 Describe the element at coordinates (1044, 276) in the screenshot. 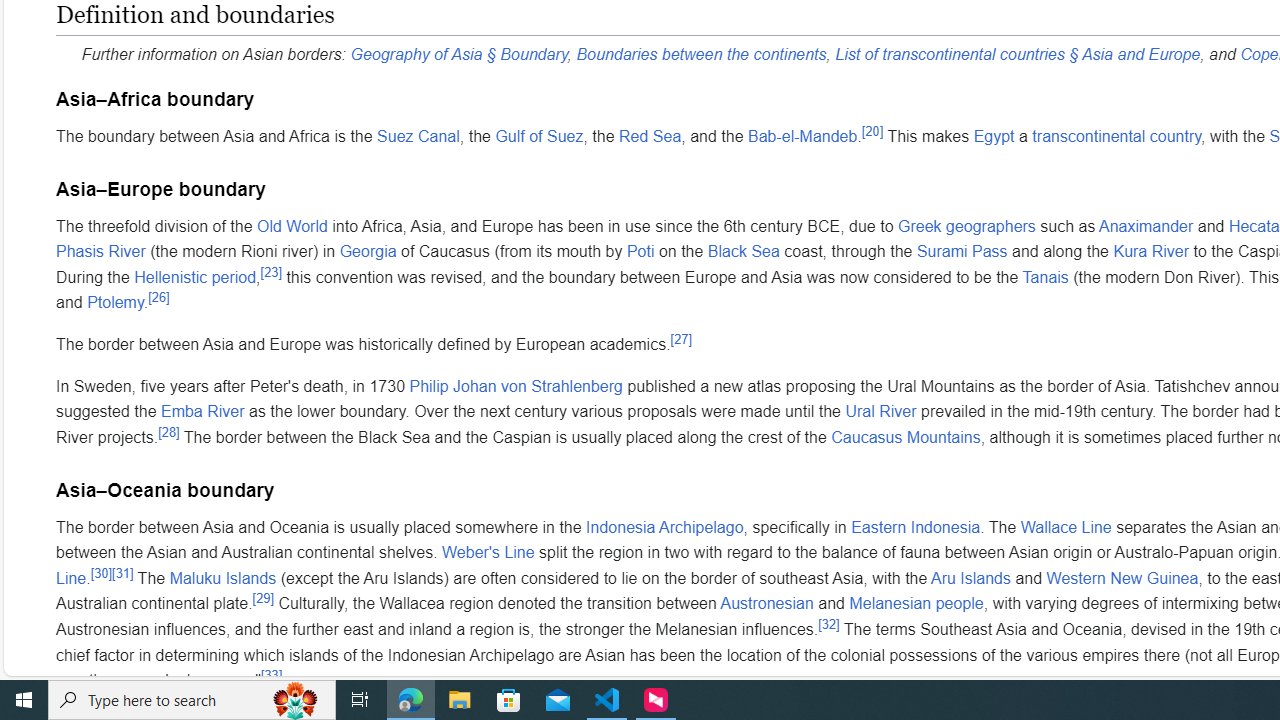

I see `'Tanais'` at that location.